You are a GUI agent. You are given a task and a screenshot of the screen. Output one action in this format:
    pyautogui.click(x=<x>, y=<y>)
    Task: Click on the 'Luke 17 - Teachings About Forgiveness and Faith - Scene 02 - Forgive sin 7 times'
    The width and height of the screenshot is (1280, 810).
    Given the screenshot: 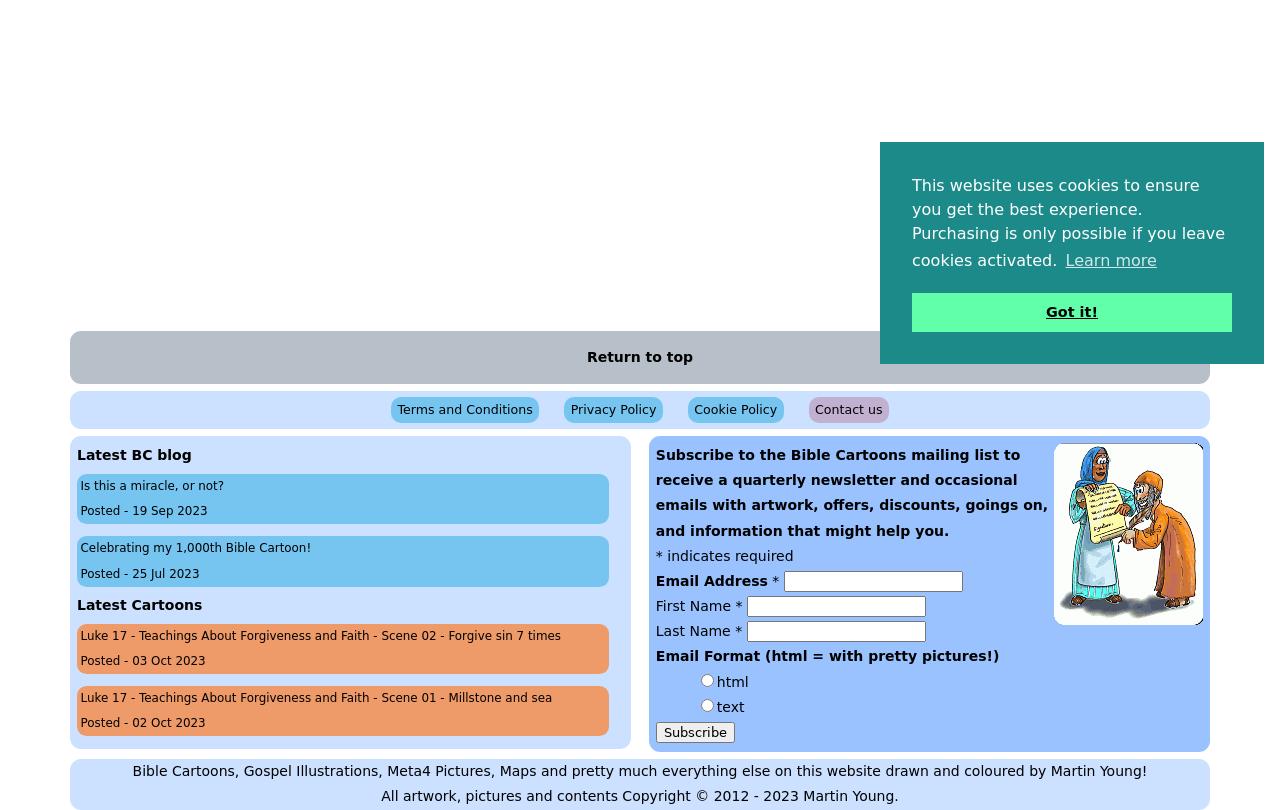 What is the action you would take?
    pyautogui.click(x=320, y=634)
    